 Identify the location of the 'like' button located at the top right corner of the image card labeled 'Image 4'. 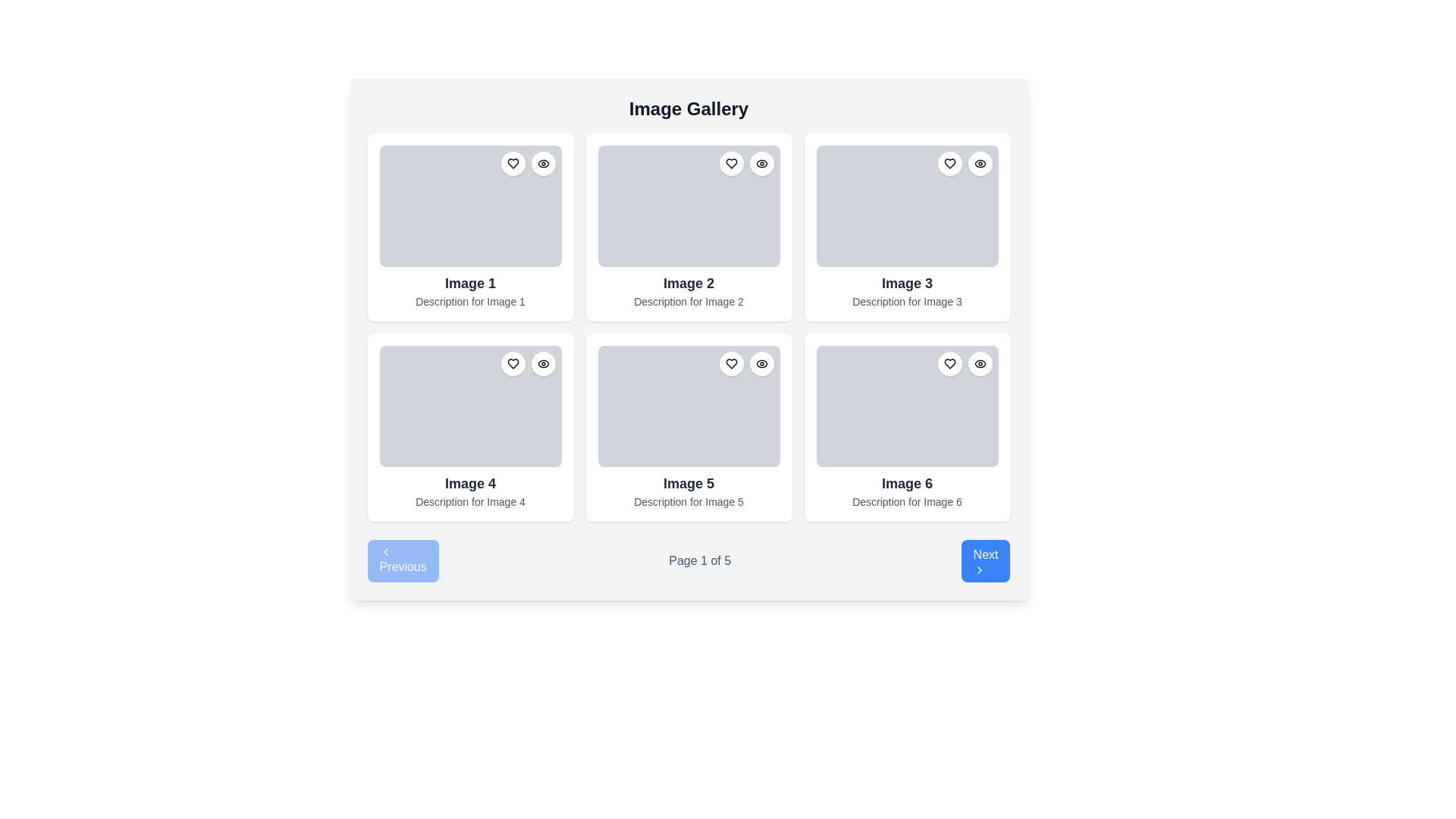
(513, 363).